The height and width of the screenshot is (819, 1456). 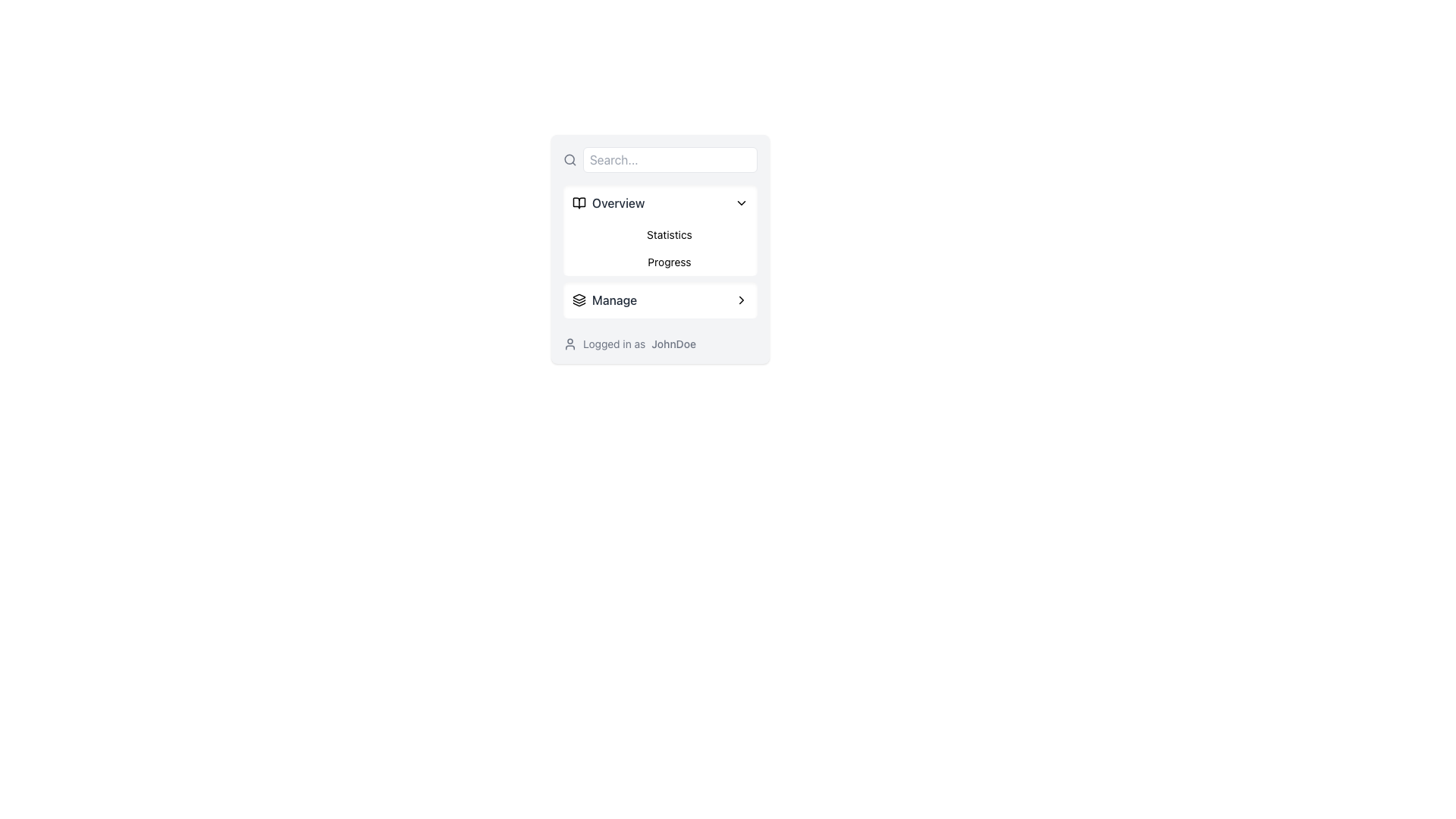 What do you see at coordinates (578, 202) in the screenshot?
I see `the 'Overview' icon, which is the first element in a horizontal cluster located near the top-left corner of the application interface` at bounding box center [578, 202].